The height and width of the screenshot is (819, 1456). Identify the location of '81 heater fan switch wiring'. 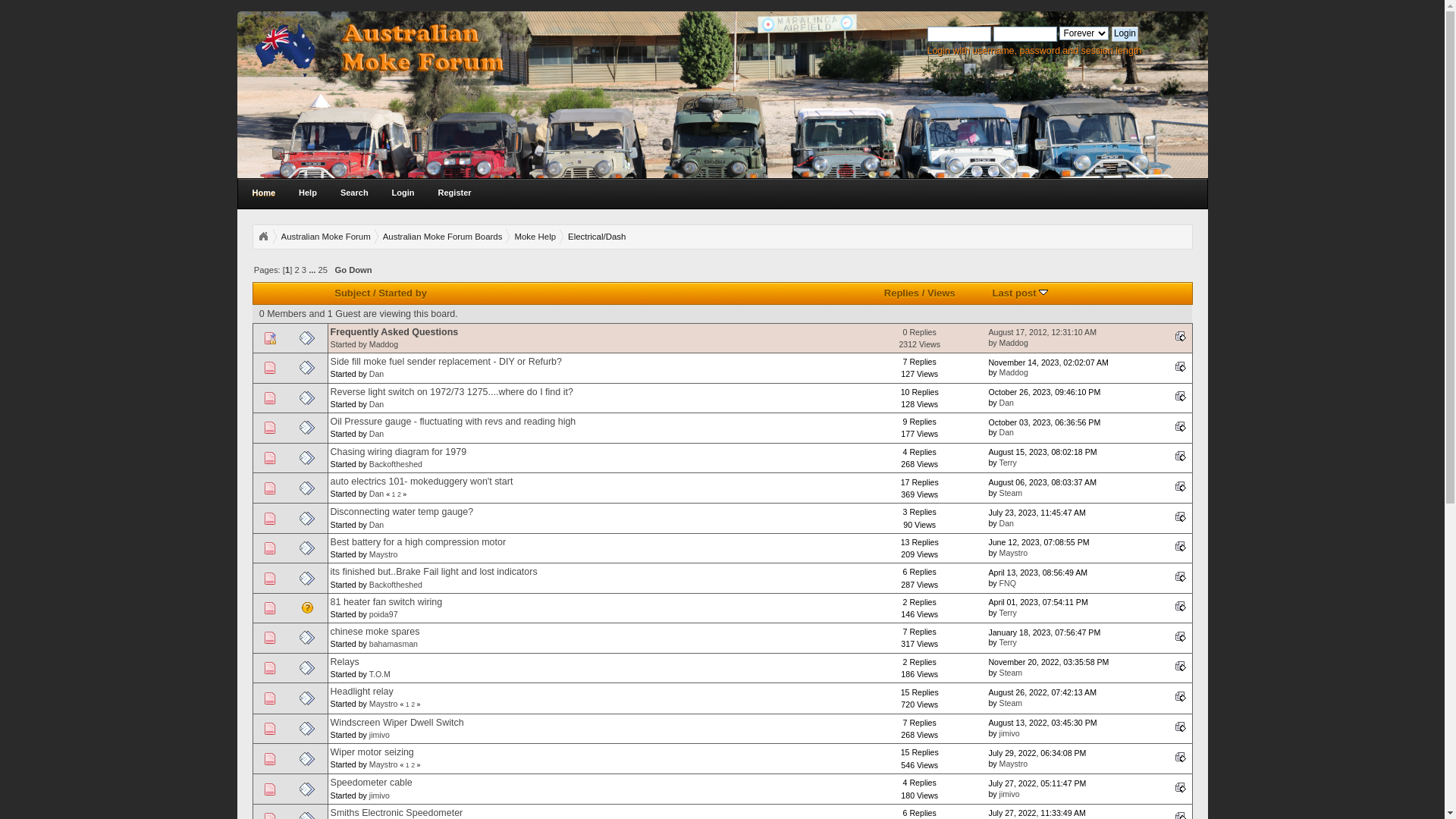
(330, 601).